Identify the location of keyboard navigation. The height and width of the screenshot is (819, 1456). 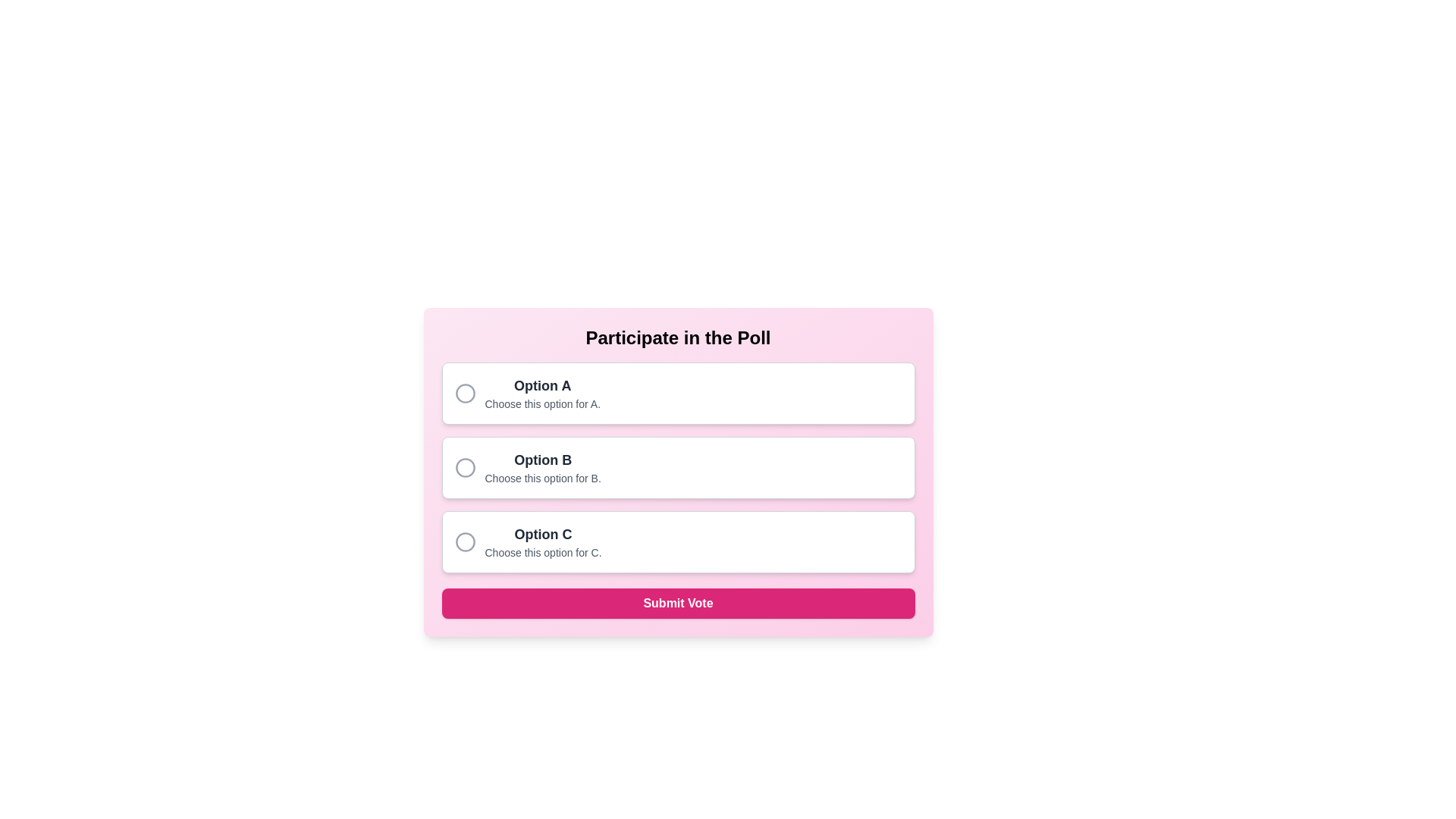
(464, 541).